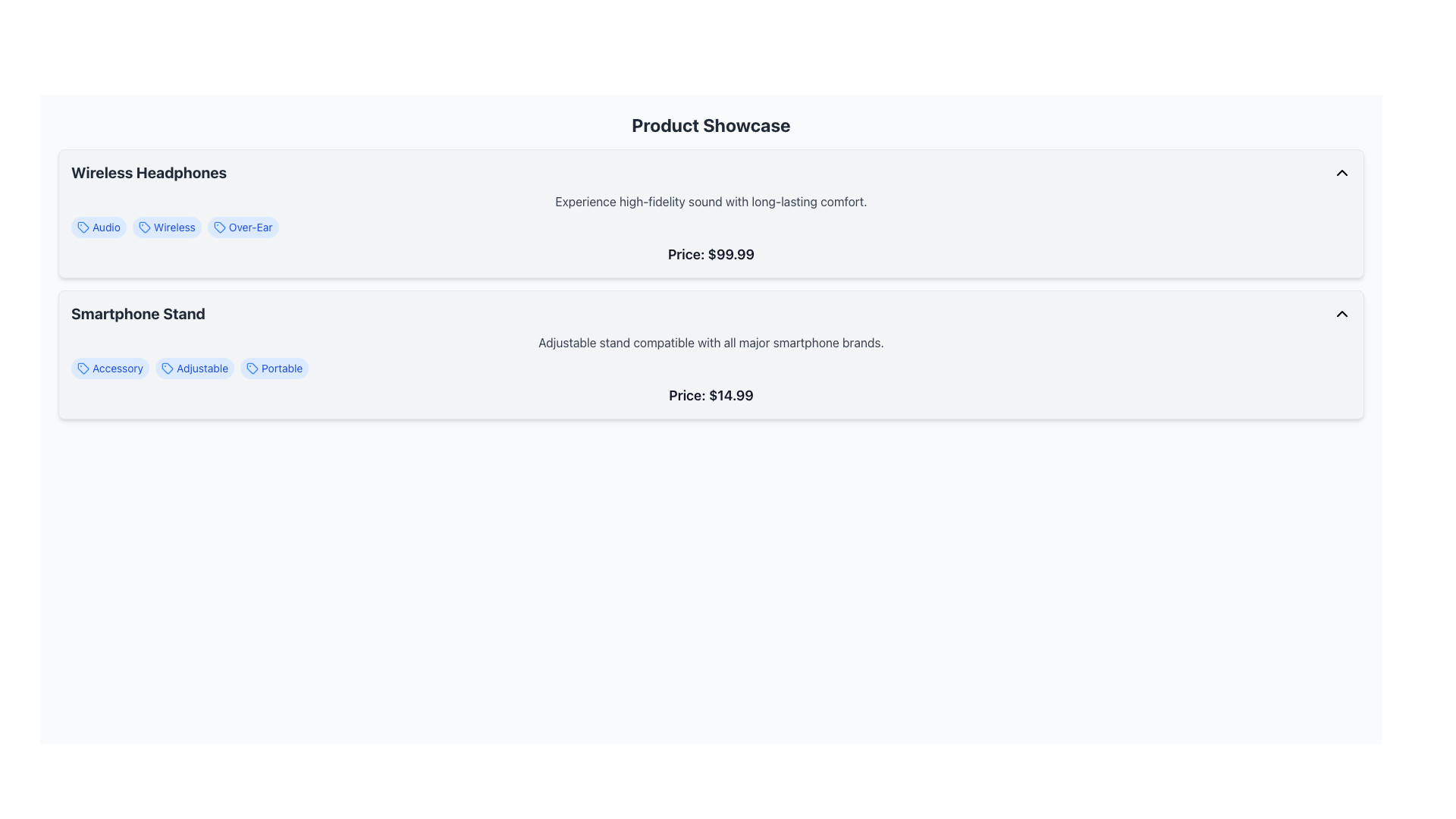  I want to click on the blue tag icon positioned to the left of the 'Portable' text in the second row under the 'Product Showcase' header, so click(253, 369).